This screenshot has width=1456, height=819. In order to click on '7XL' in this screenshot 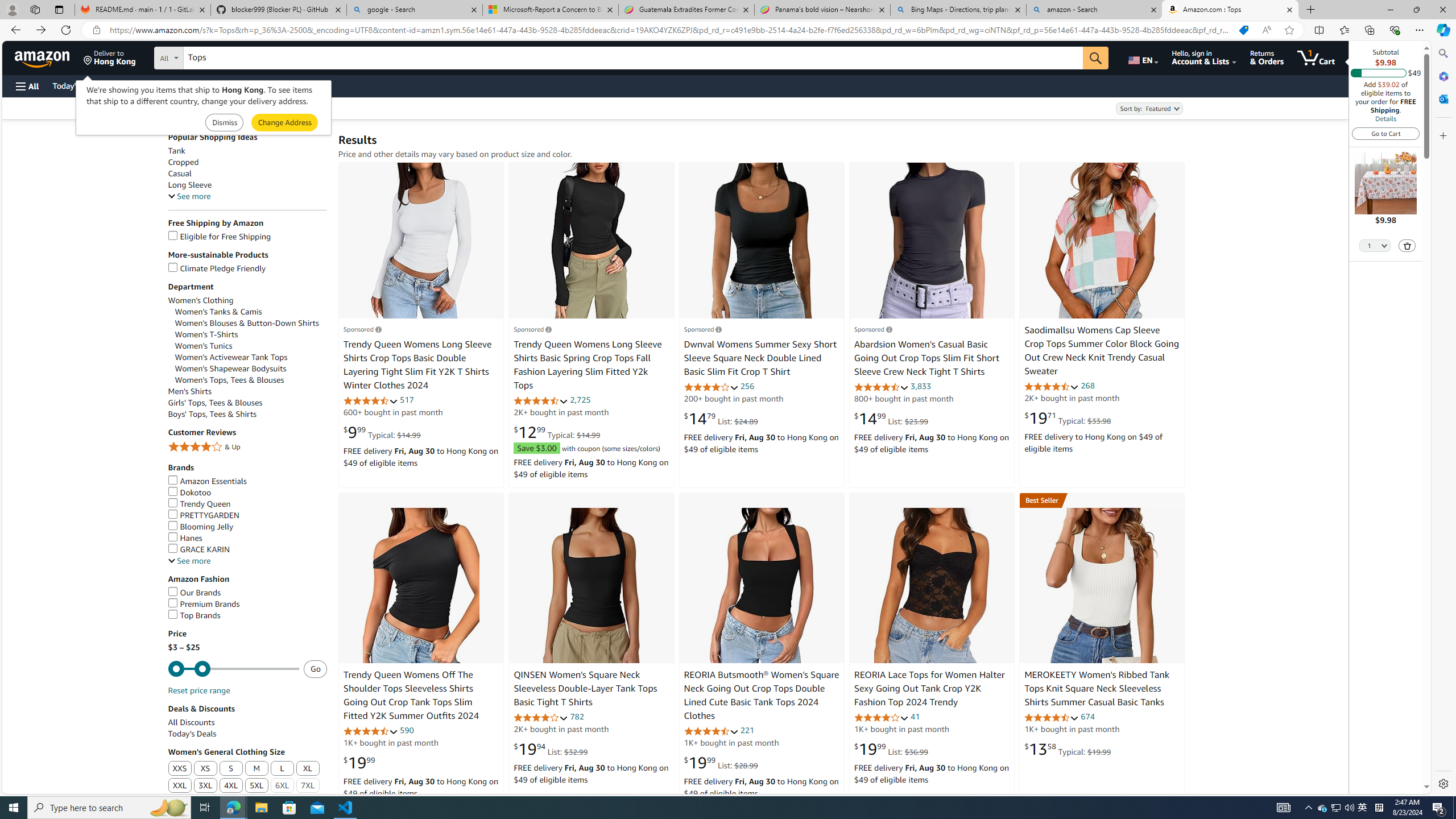, I will do `click(308, 786)`.